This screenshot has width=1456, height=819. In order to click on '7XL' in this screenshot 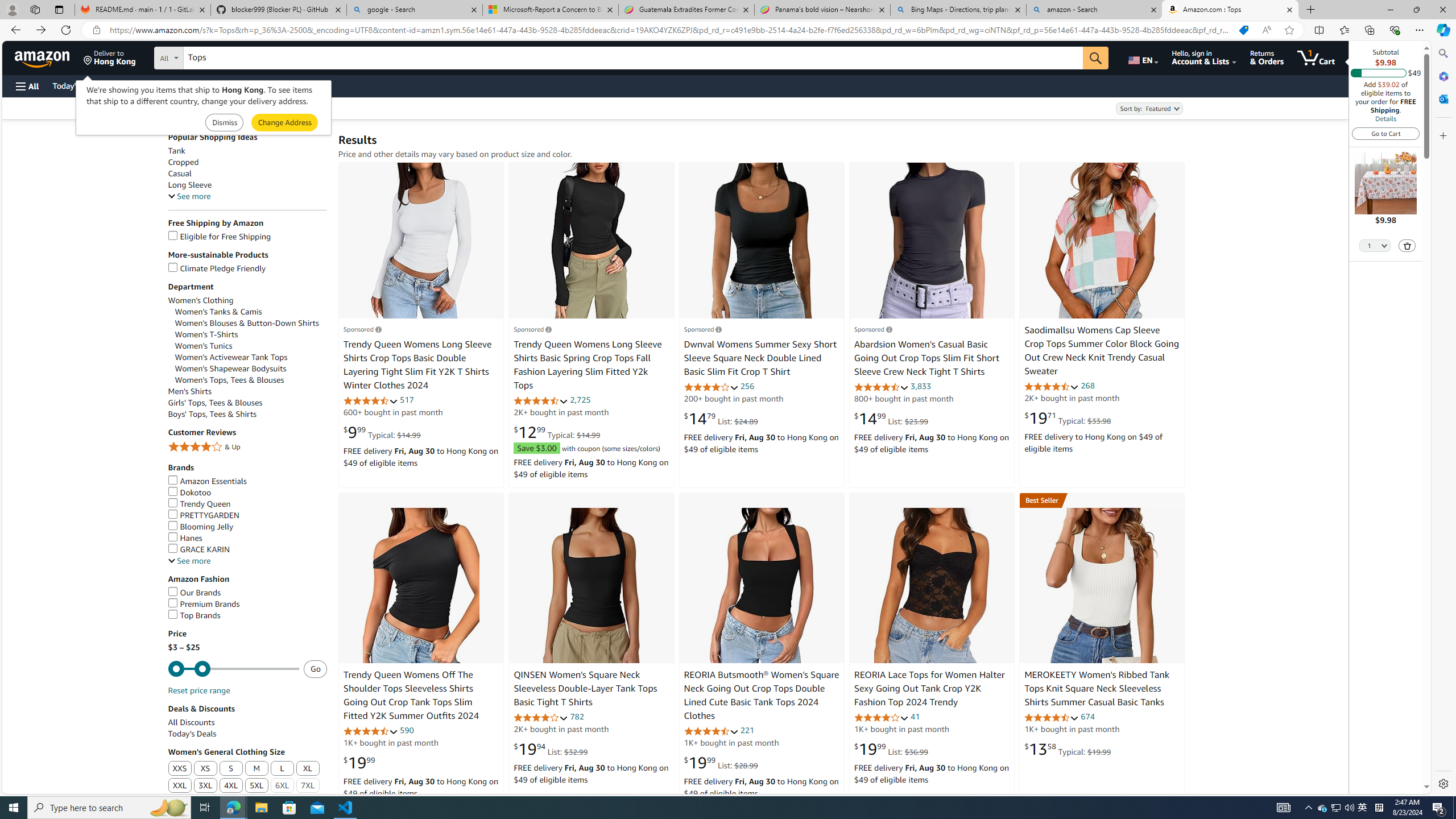, I will do `click(308, 786)`.